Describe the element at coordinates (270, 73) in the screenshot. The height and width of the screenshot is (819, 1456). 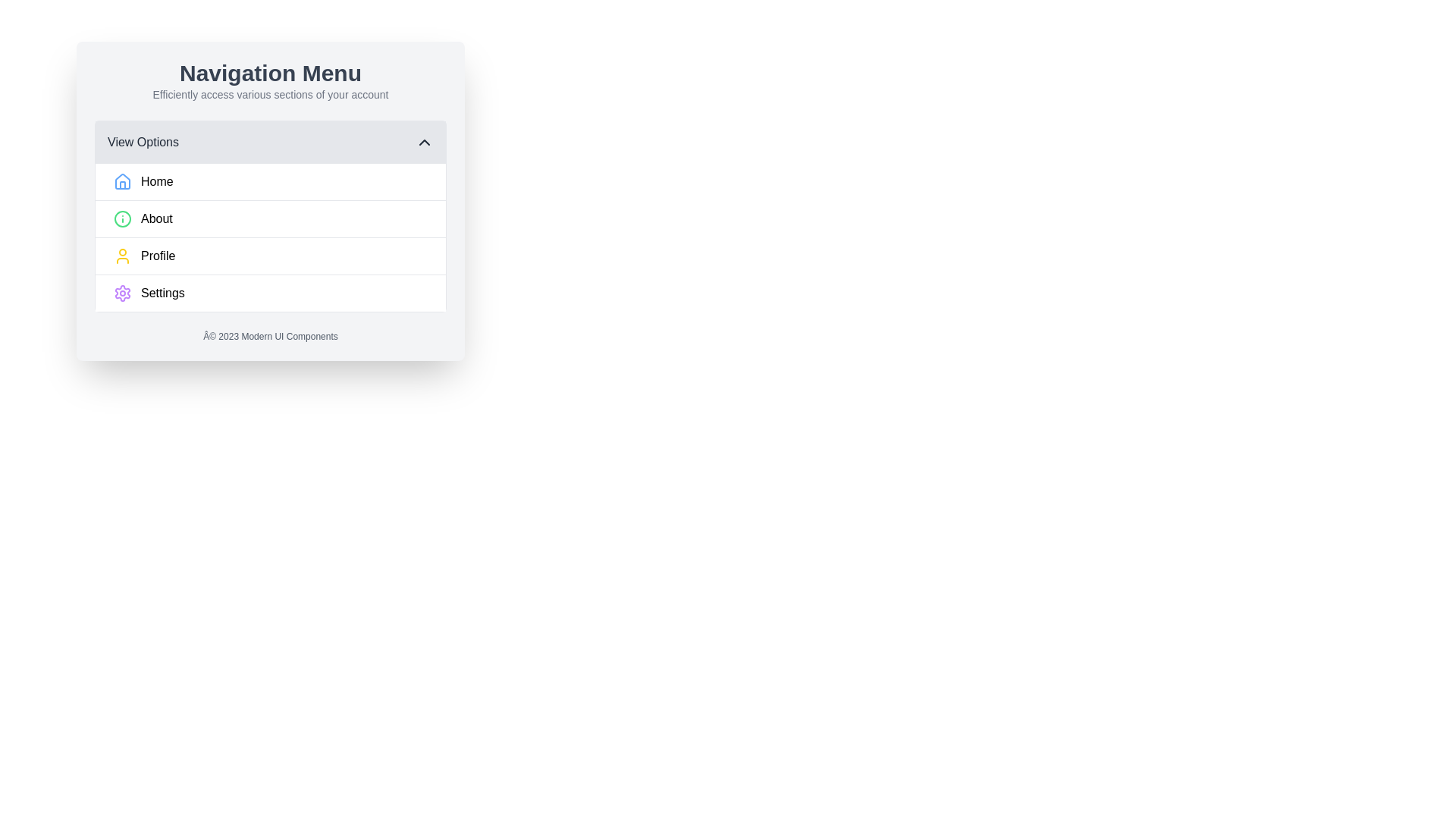
I see `the Text header located at the top center of the UI card, which serves as the main heading for the navigation menu` at that location.